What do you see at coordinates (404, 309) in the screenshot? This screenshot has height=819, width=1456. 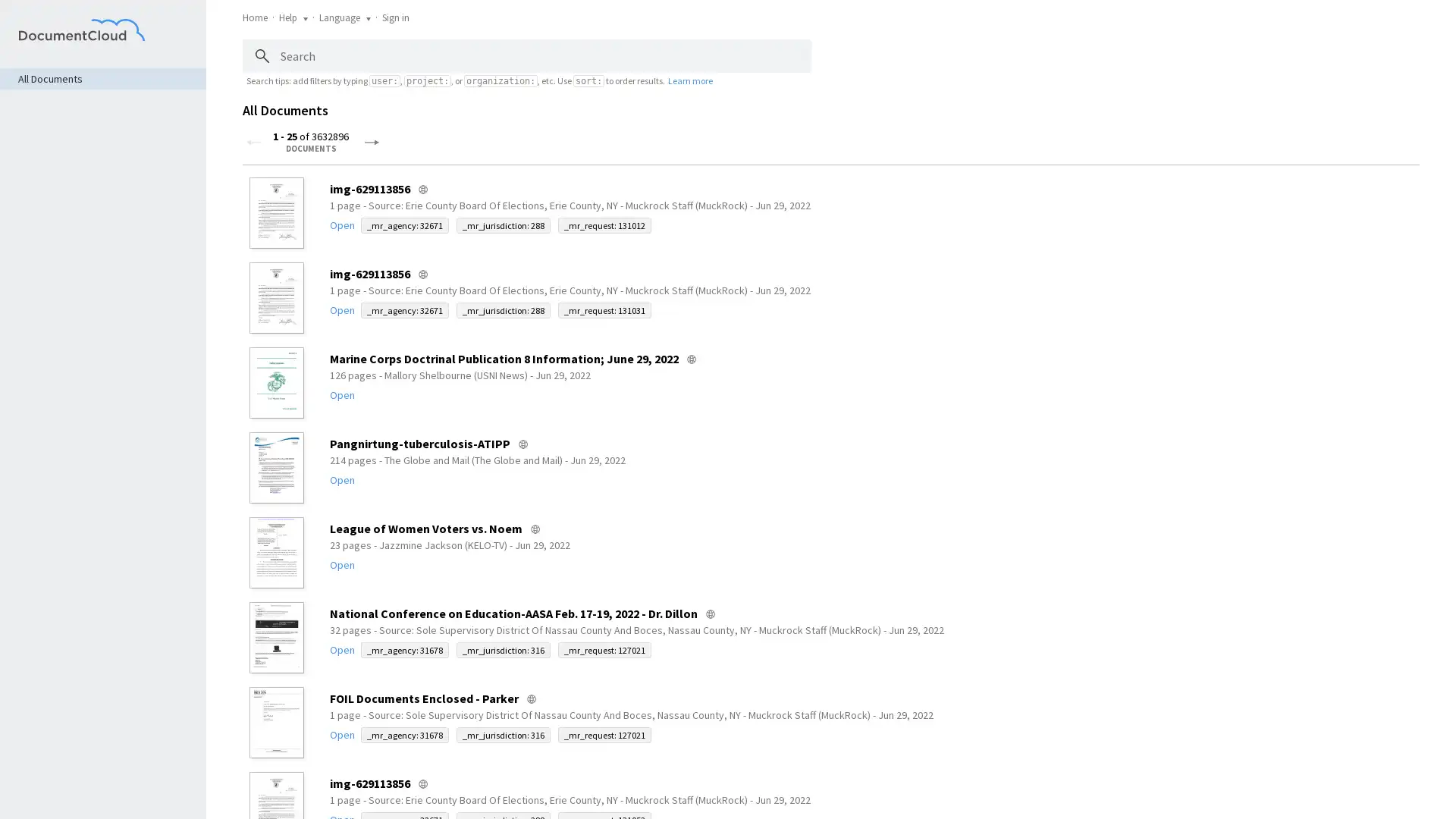 I see `_mr_agency: 32671` at bounding box center [404, 309].